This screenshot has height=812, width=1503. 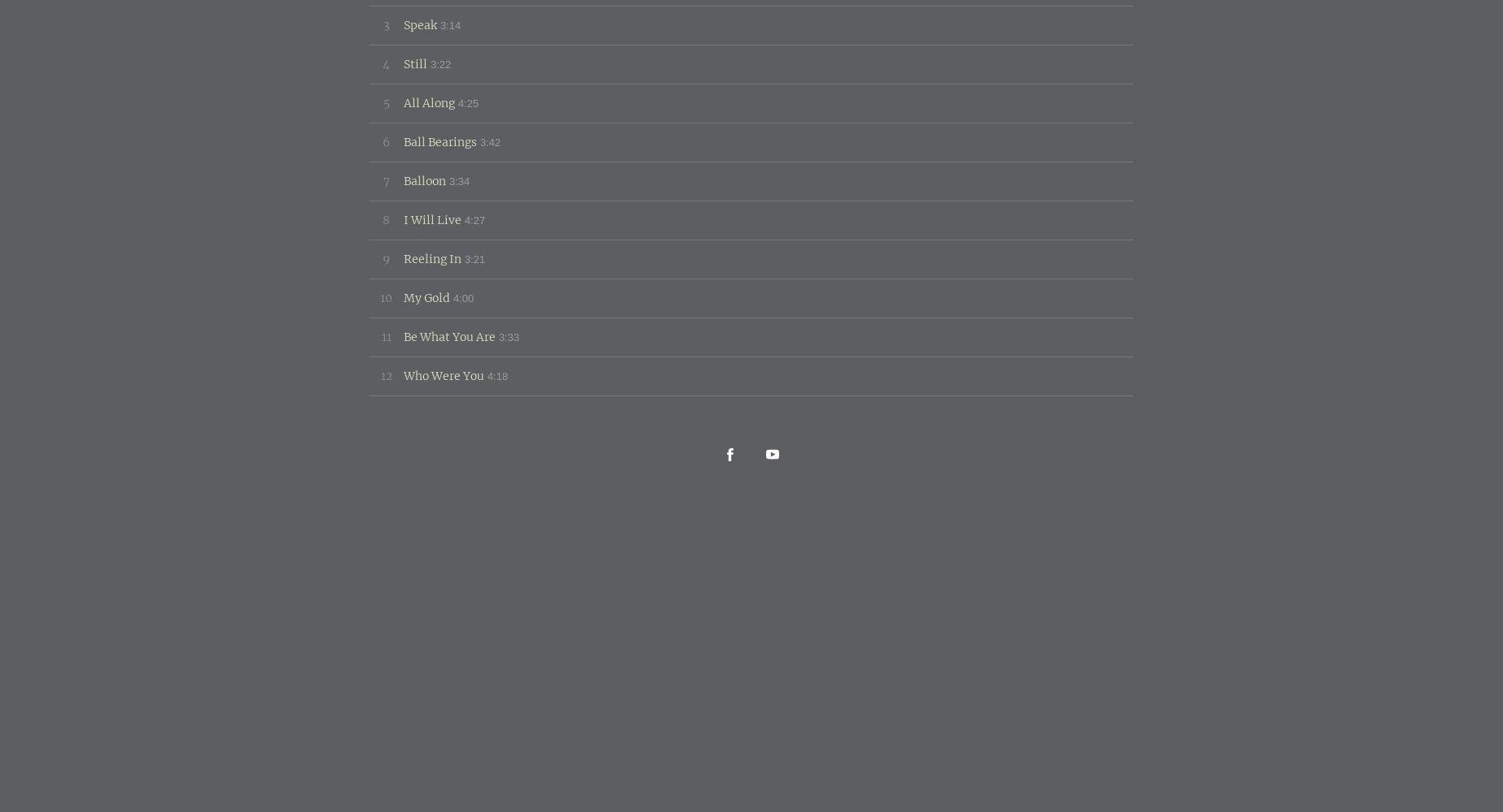 What do you see at coordinates (496, 374) in the screenshot?
I see `'4:18'` at bounding box center [496, 374].